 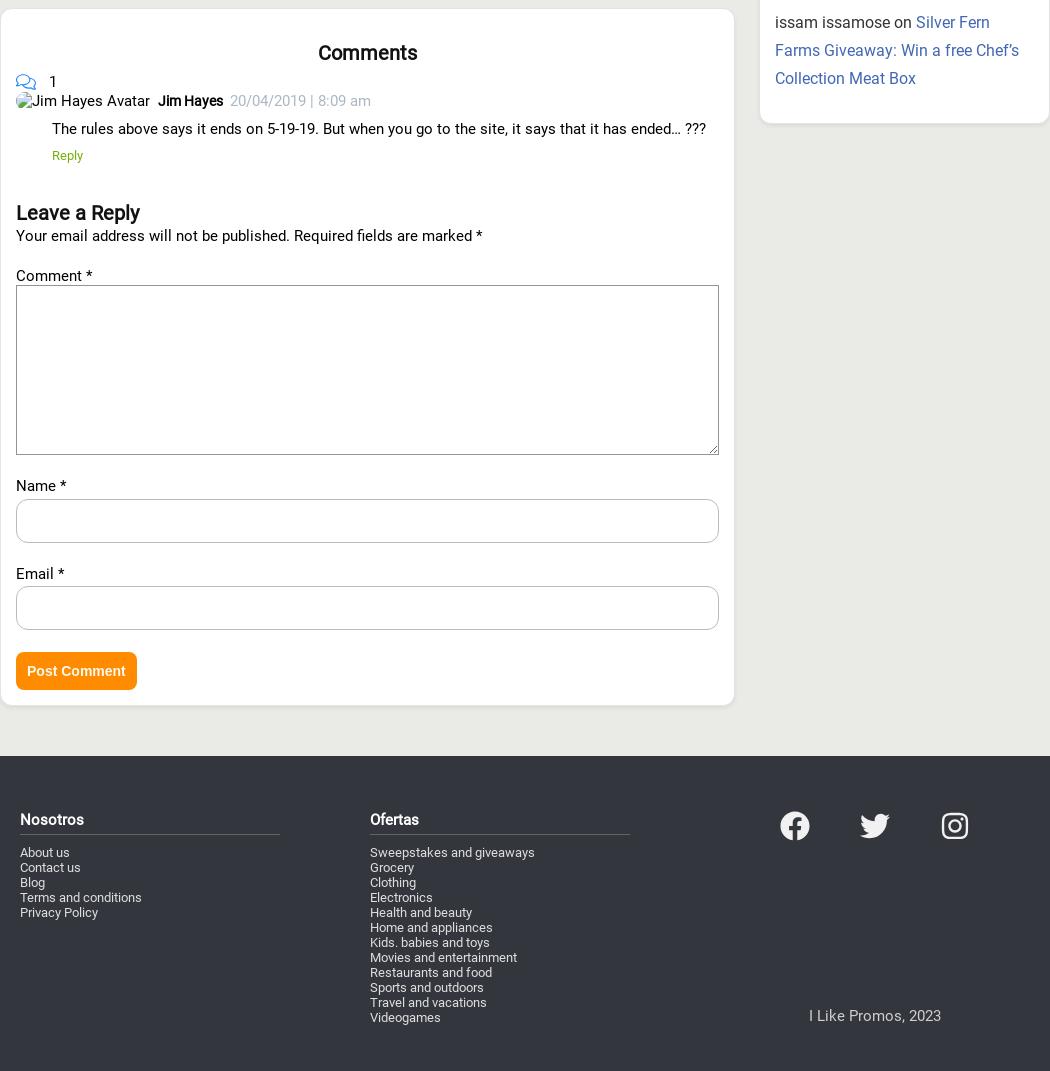 What do you see at coordinates (379, 19) in the screenshot?
I see `'The rules above says it ends on 5-19-19. But when you go to the site, it says that it has ended… ???'` at bounding box center [379, 19].